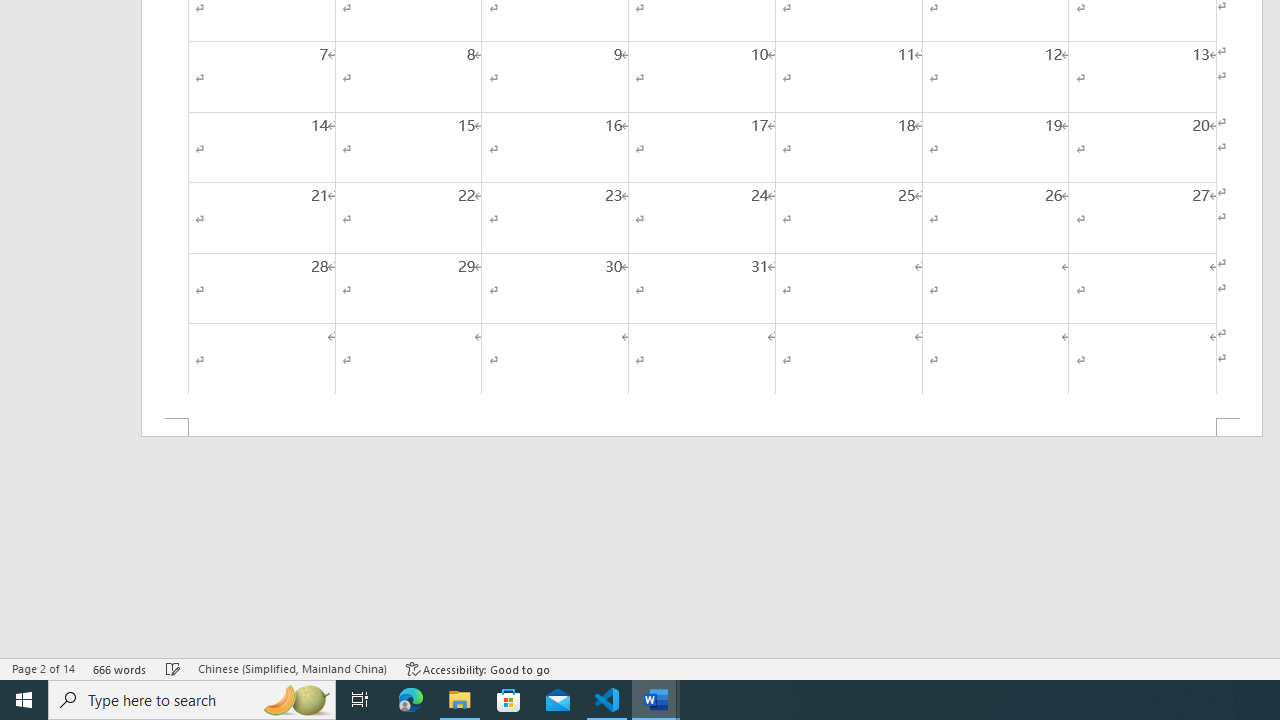 This screenshot has width=1280, height=720. Describe the element at coordinates (173, 669) in the screenshot. I see `'Spelling and Grammar Check Checking'` at that location.